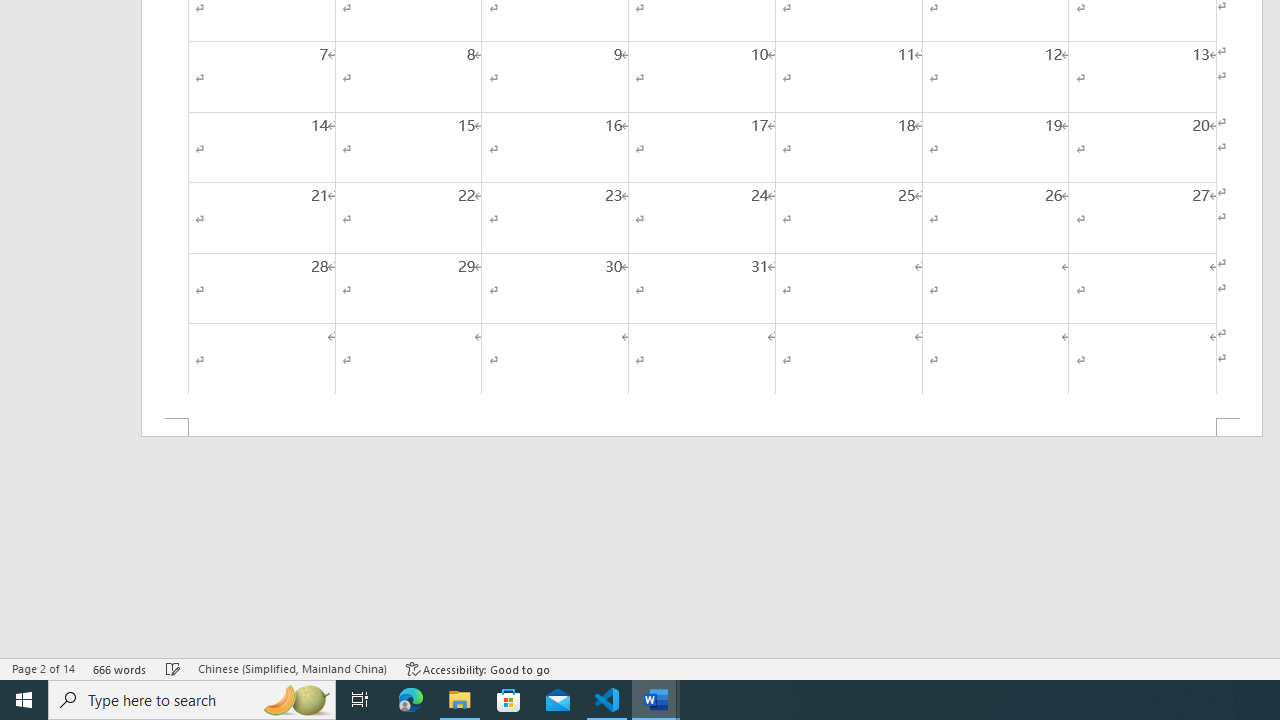 This screenshot has width=1280, height=720. Describe the element at coordinates (173, 669) in the screenshot. I see `'Spelling and Grammar Check Checking'` at that location.